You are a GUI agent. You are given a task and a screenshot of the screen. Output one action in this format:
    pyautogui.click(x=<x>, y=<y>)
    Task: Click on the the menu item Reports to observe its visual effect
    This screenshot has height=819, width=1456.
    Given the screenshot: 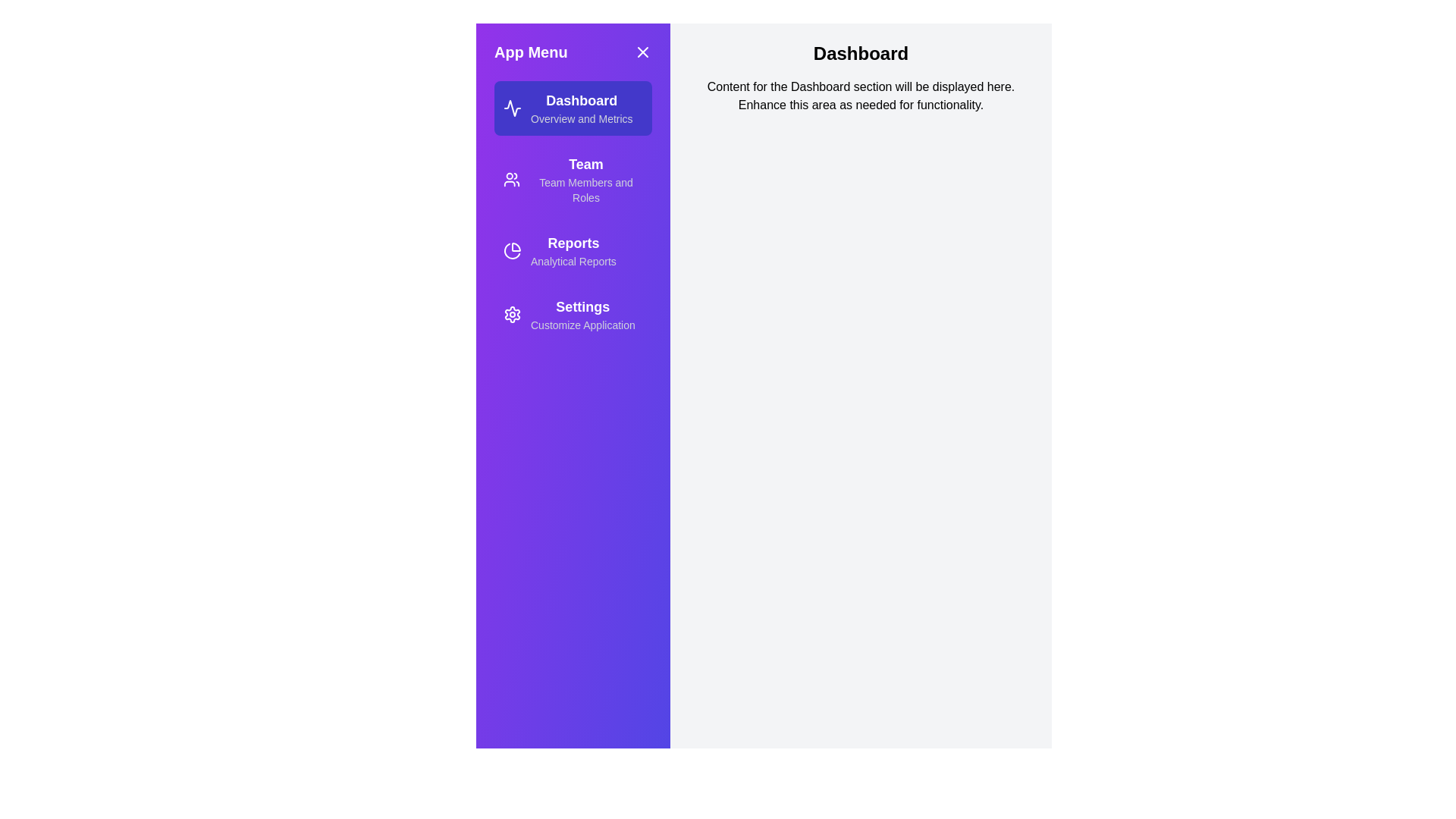 What is the action you would take?
    pyautogui.click(x=572, y=250)
    